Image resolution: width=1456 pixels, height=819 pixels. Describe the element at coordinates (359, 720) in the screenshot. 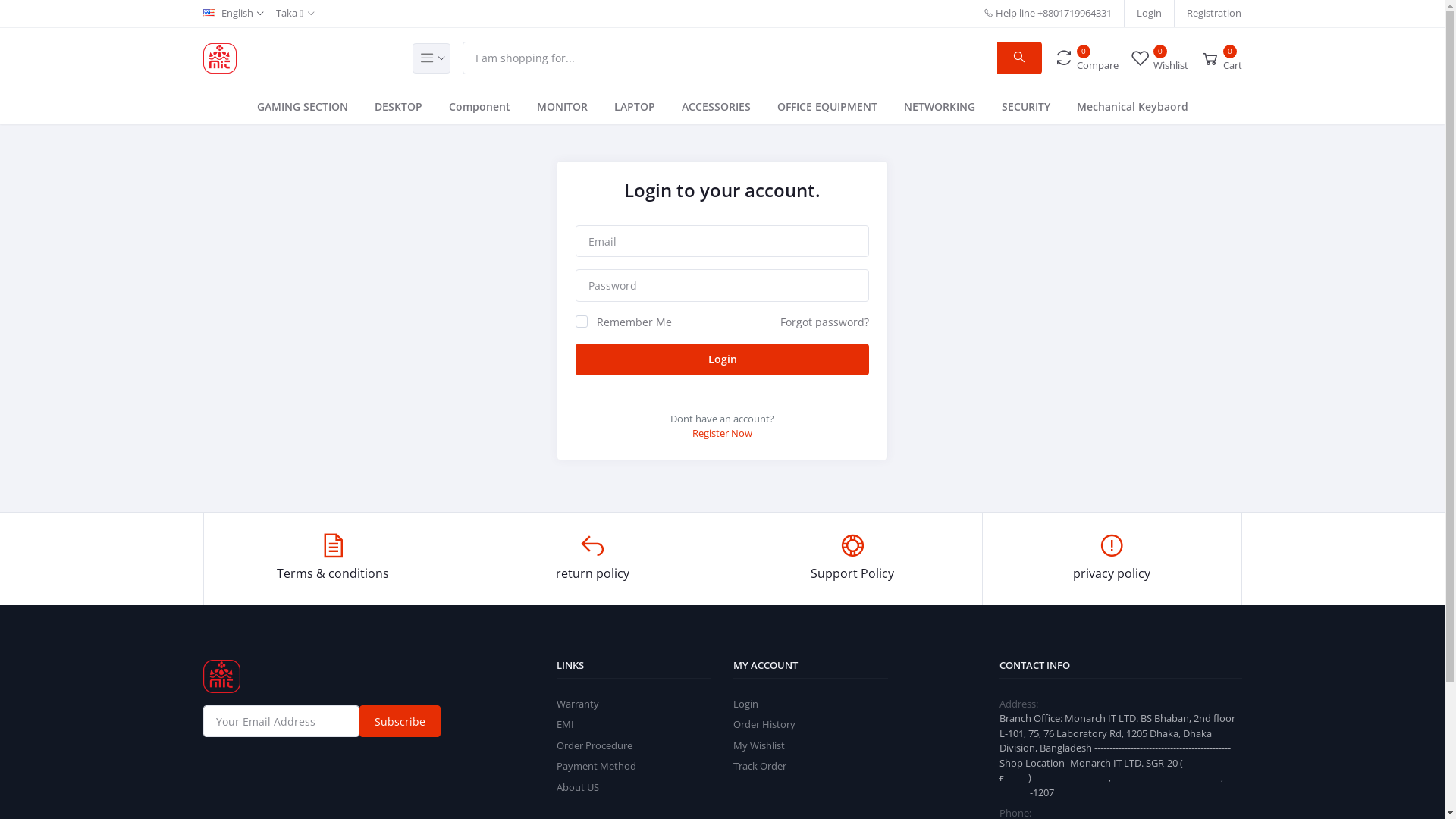

I see `'Subscribe'` at that location.